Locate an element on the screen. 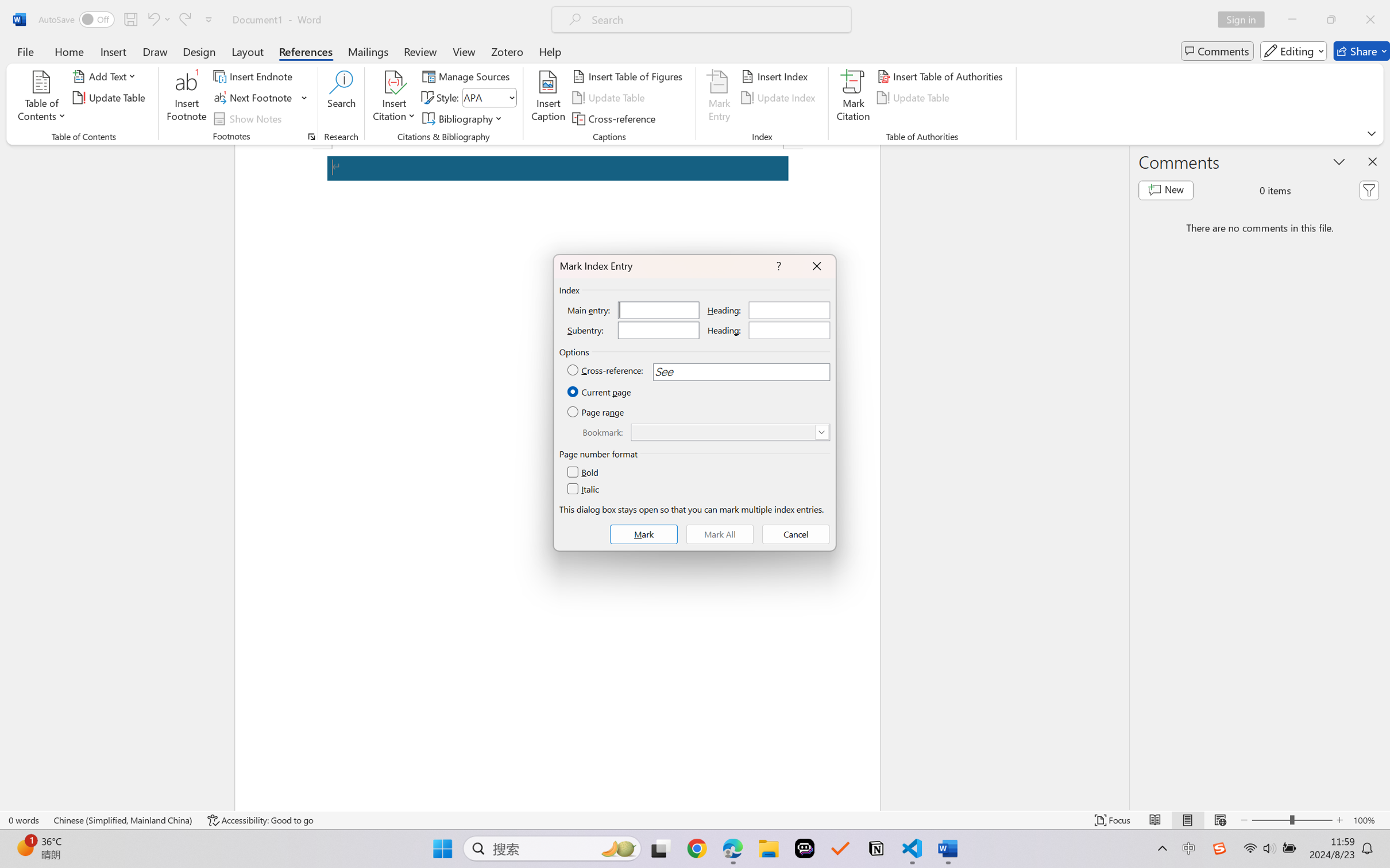  'Editing' is located at coordinates (1294, 51).